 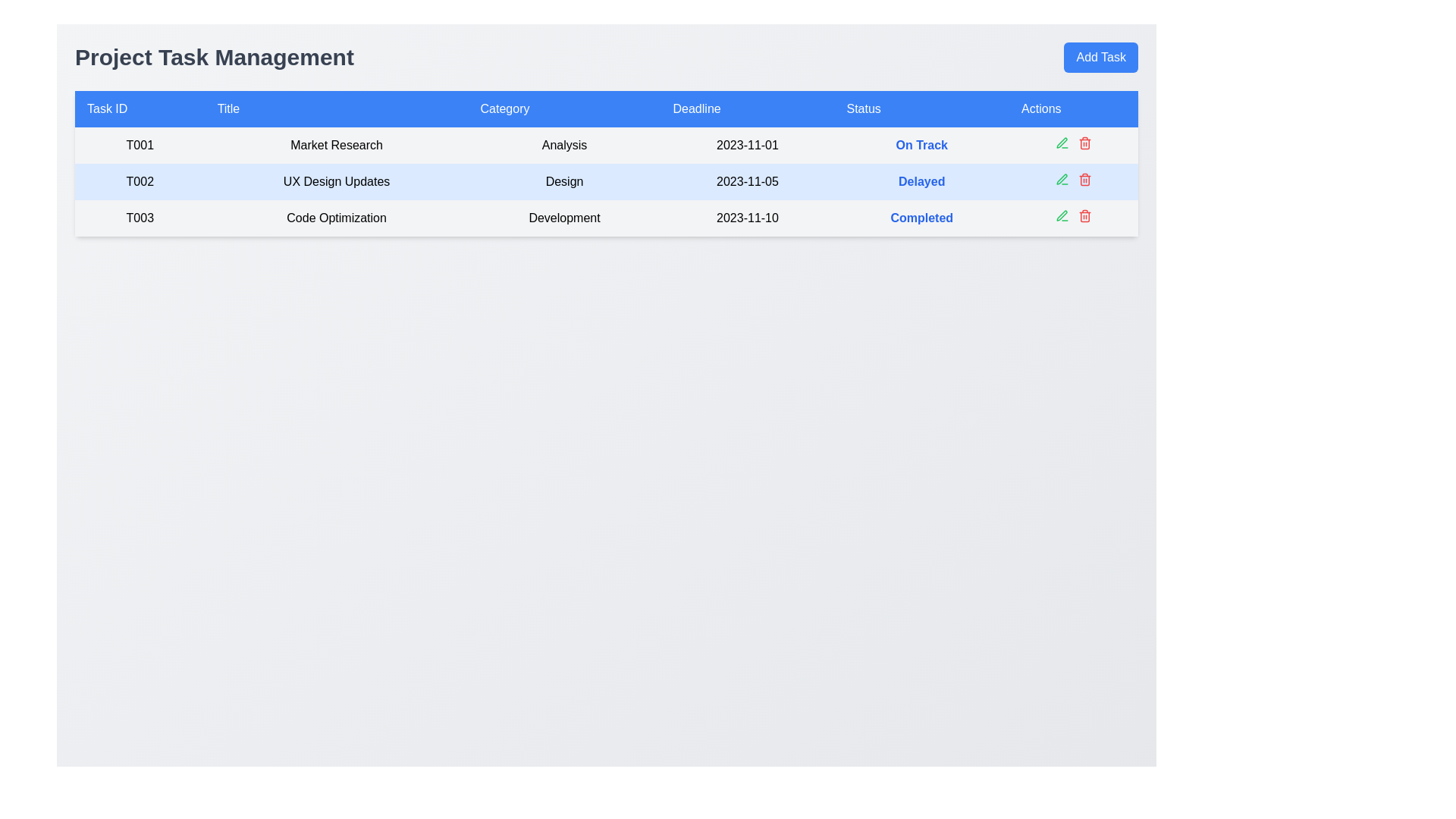 What do you see at coordinates (1084, 178) in the screenshot?
I see `the delete button in the 'Actions' column of the second row of the task table, corresponding to the 'UX Design Updates' task` at bounding box center [1084, 178].